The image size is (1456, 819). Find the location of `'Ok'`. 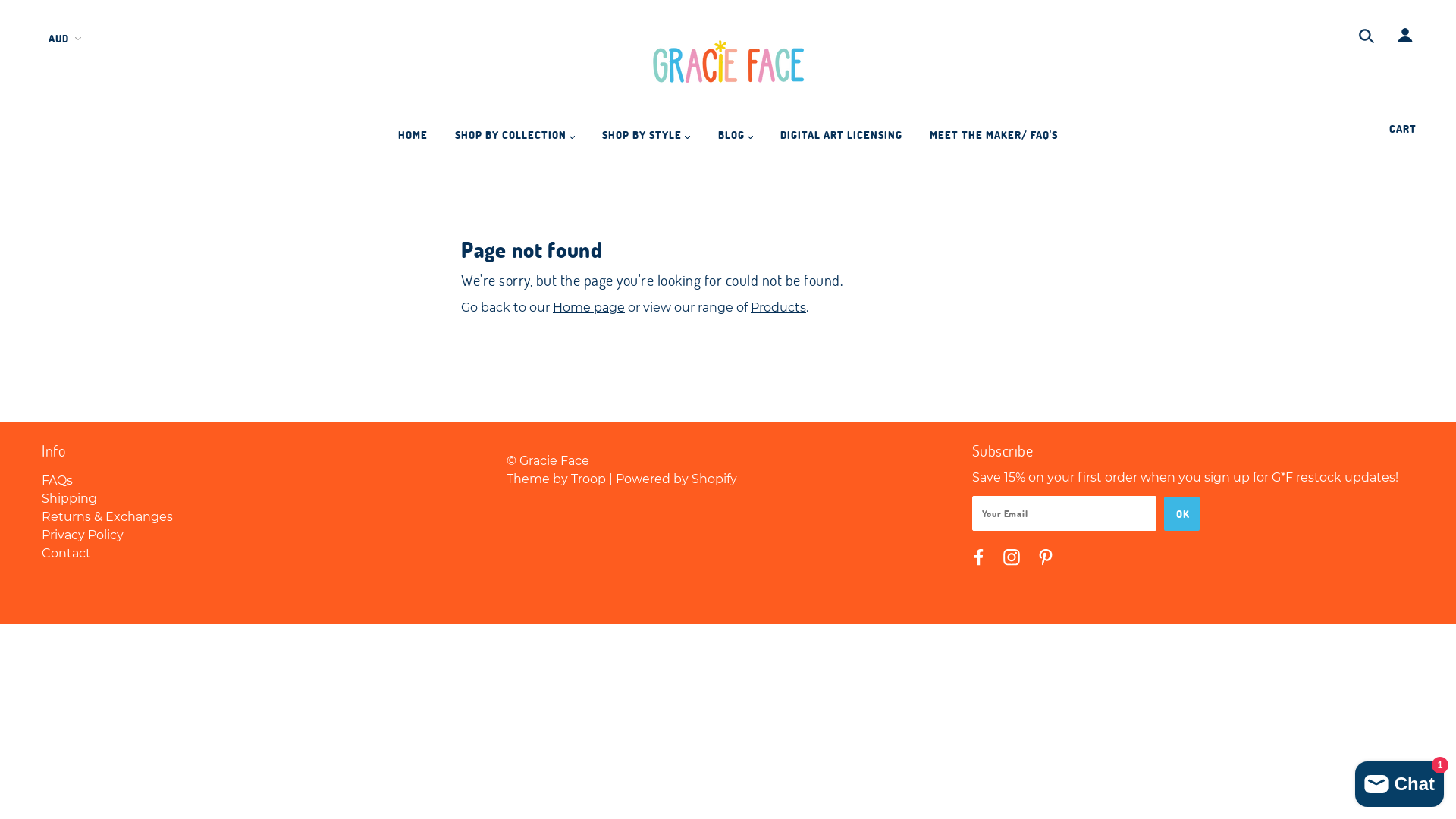

'Ok' is located at coordinates (1163, 513).